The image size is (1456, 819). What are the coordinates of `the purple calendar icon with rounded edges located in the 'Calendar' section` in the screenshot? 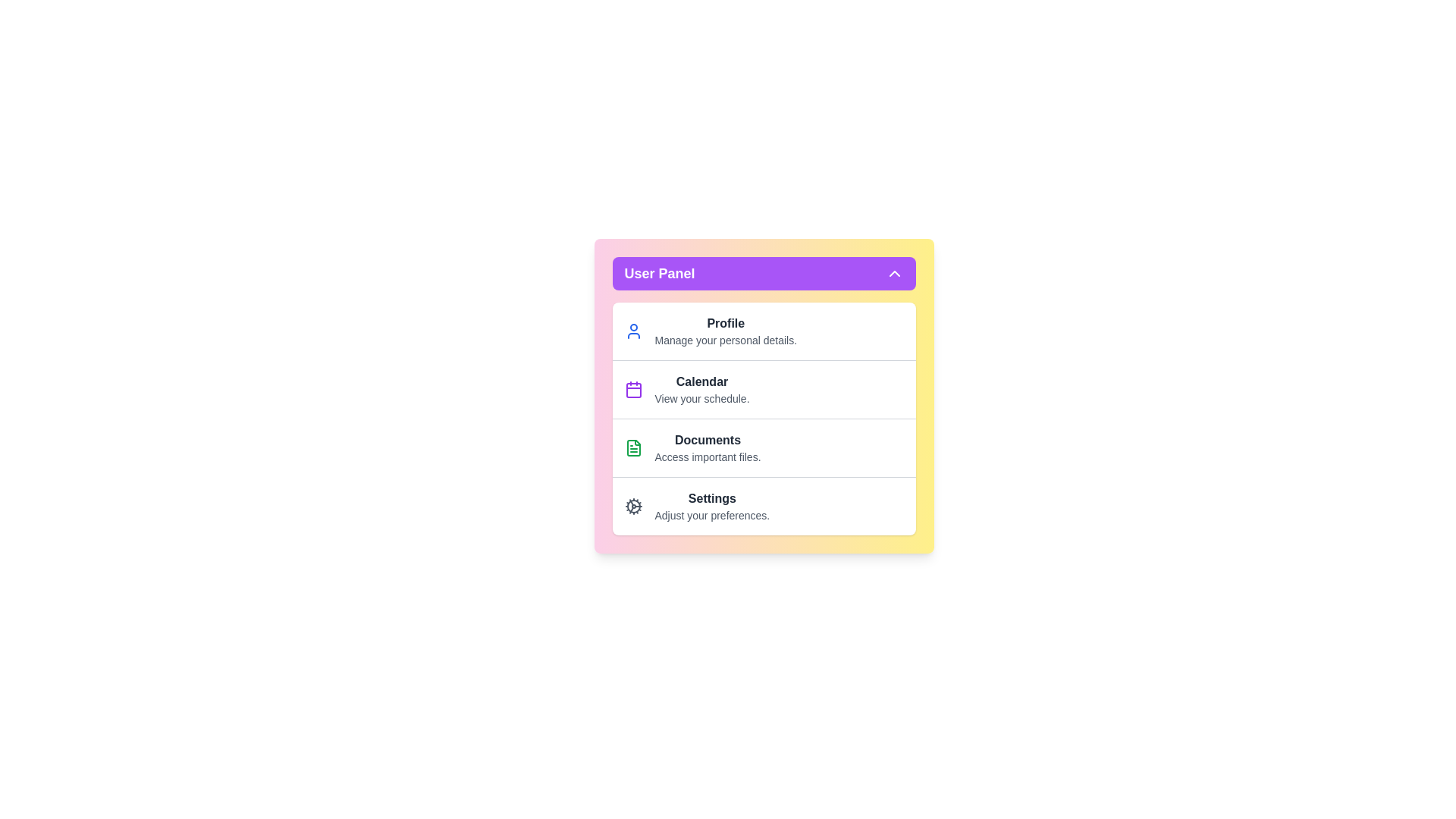 It's located at (633, 388).